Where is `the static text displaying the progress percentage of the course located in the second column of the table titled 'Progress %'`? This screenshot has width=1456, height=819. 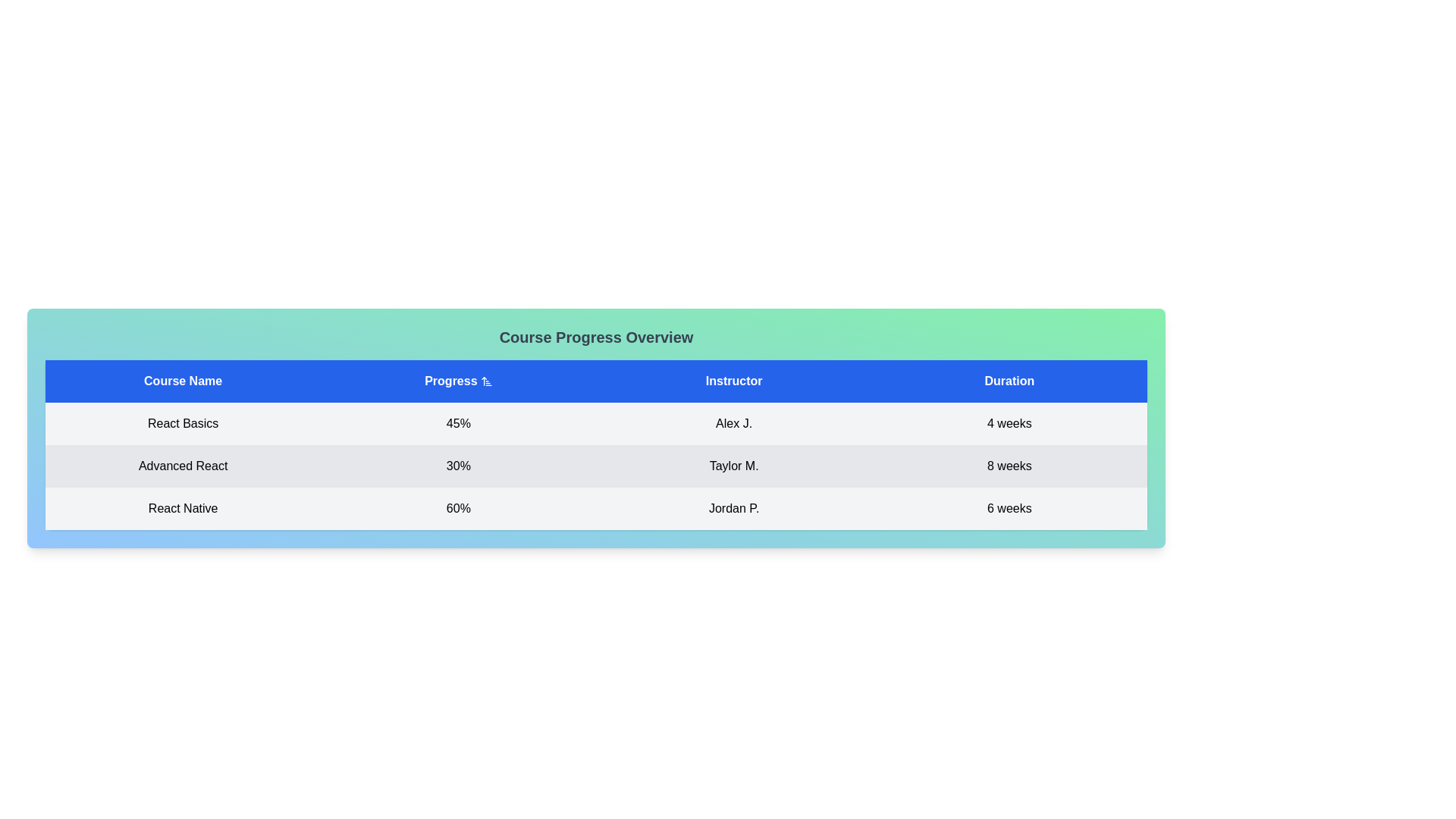
the static text displaying the progress percentage of the course located in the second column of the table titled 'Progress %' is located at coordinates (457, 465).